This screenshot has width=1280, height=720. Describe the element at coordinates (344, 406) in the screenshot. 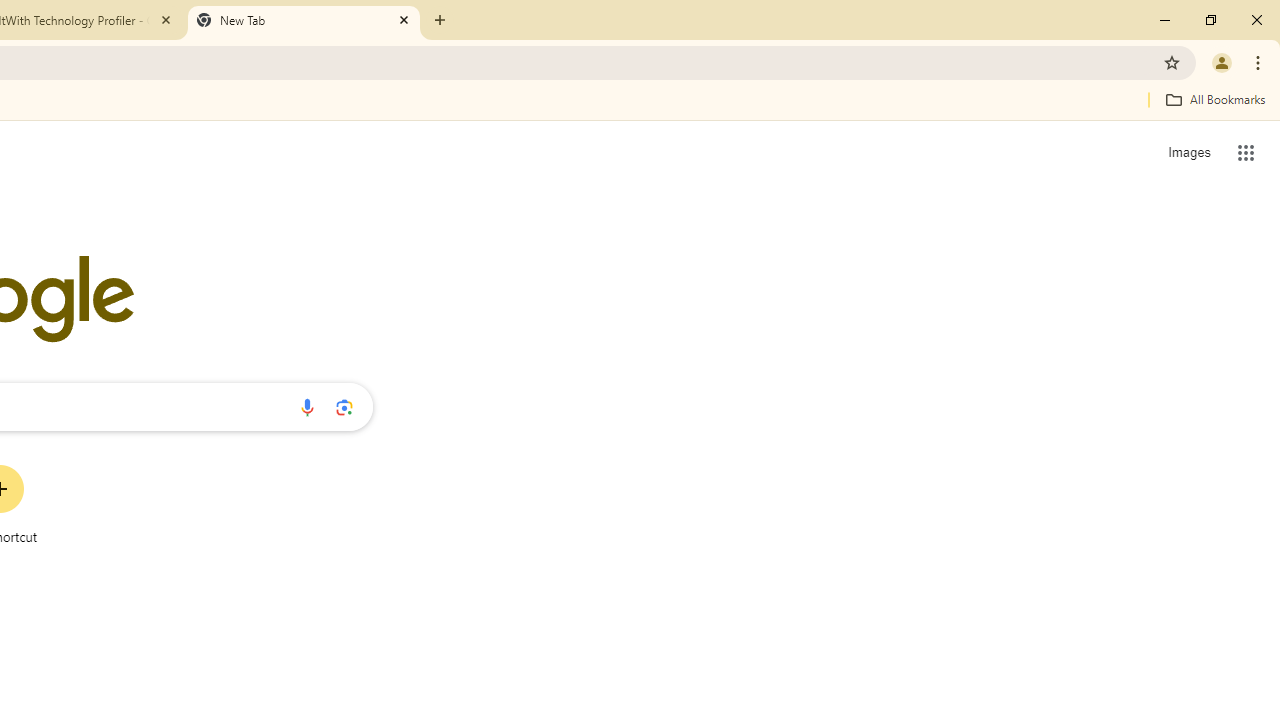

I see `'Search by image'` at that location.